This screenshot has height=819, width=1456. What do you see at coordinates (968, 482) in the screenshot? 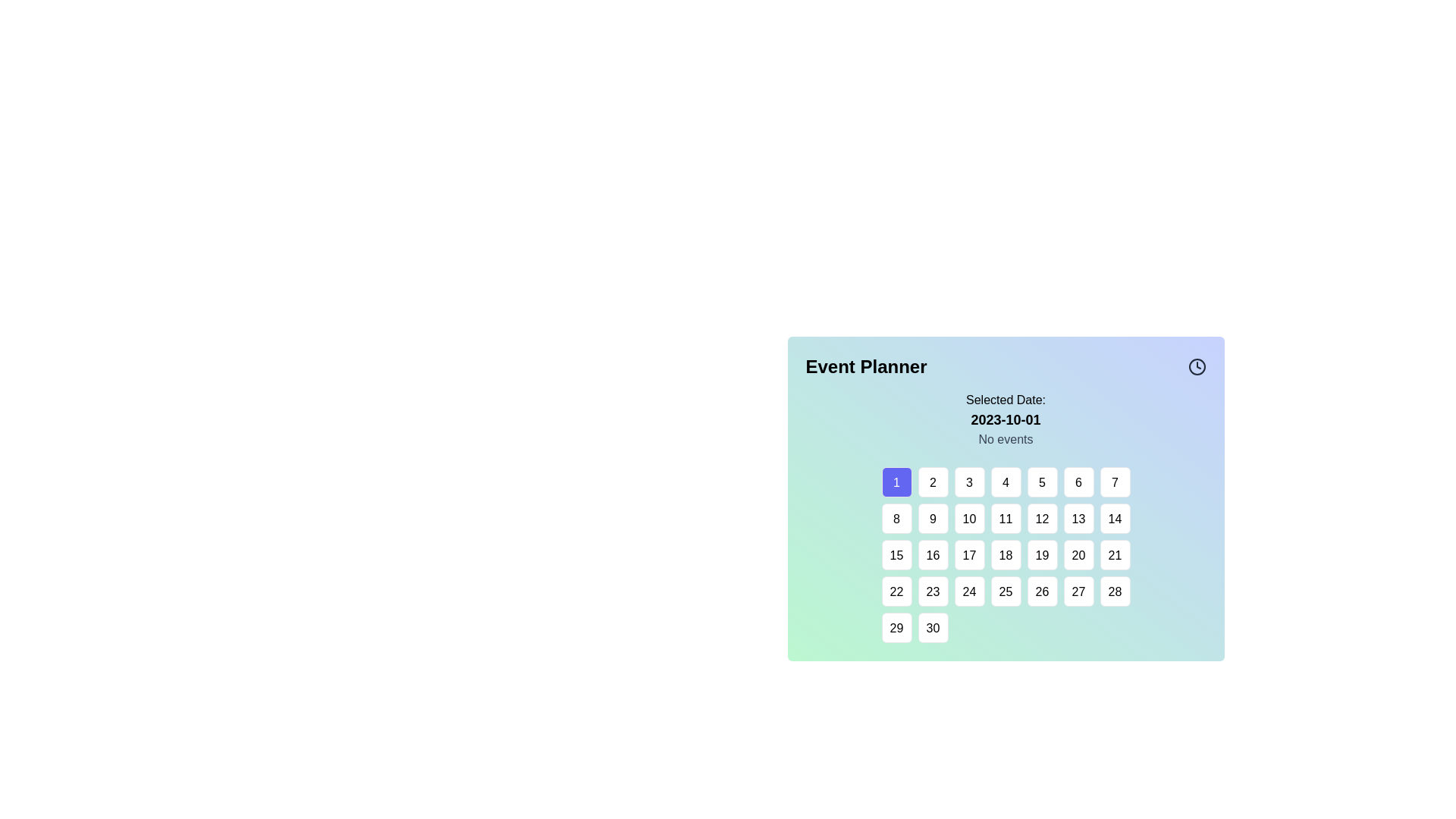
I see `the calendar day button representing the third day` at bounding box center [968, 482].